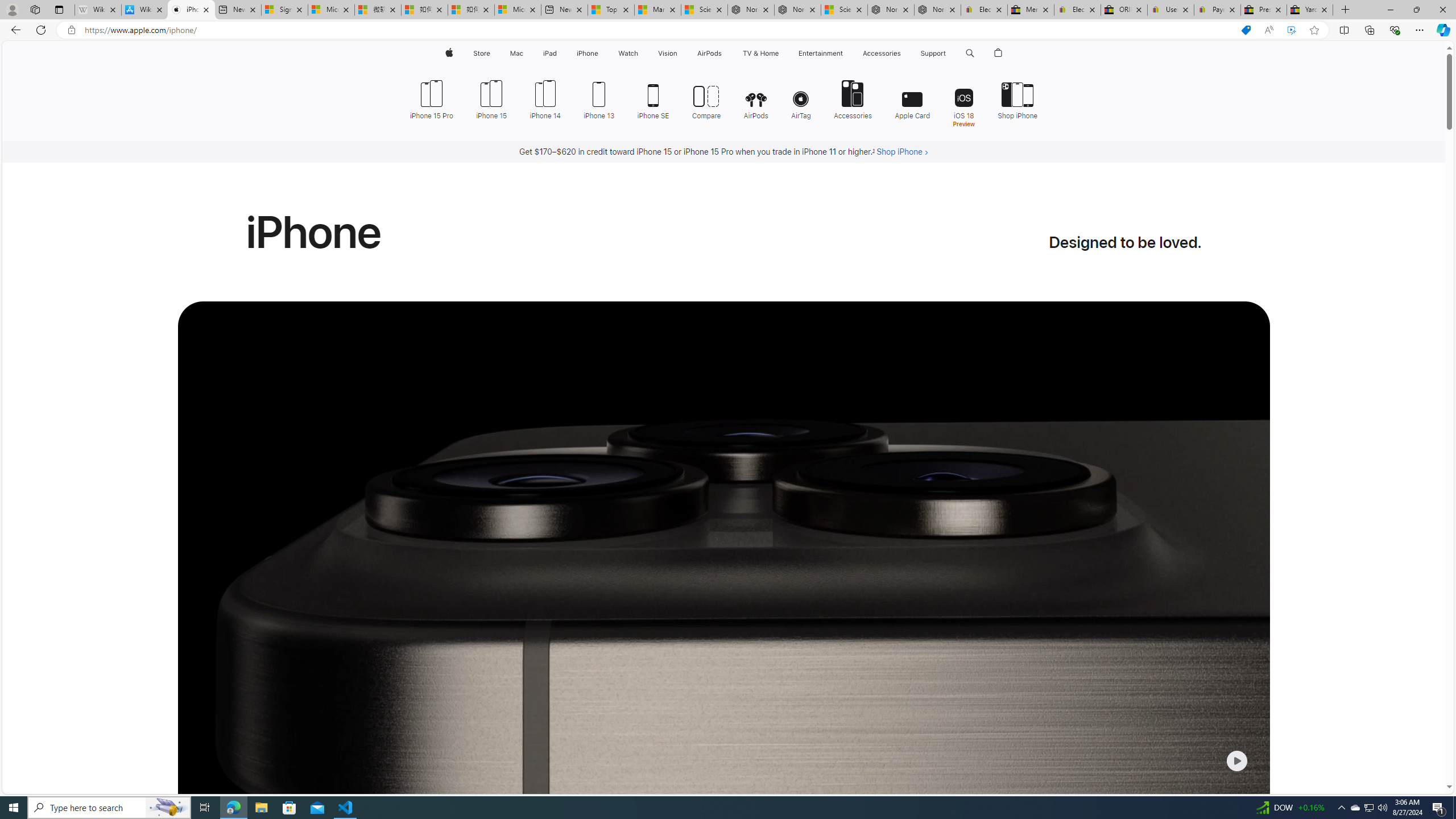 This screenshot has width=1456, height=819. What do you see at coordinates (932, 53) in the screenshot?
I see `'Support'` at bounding box center [932, 53].